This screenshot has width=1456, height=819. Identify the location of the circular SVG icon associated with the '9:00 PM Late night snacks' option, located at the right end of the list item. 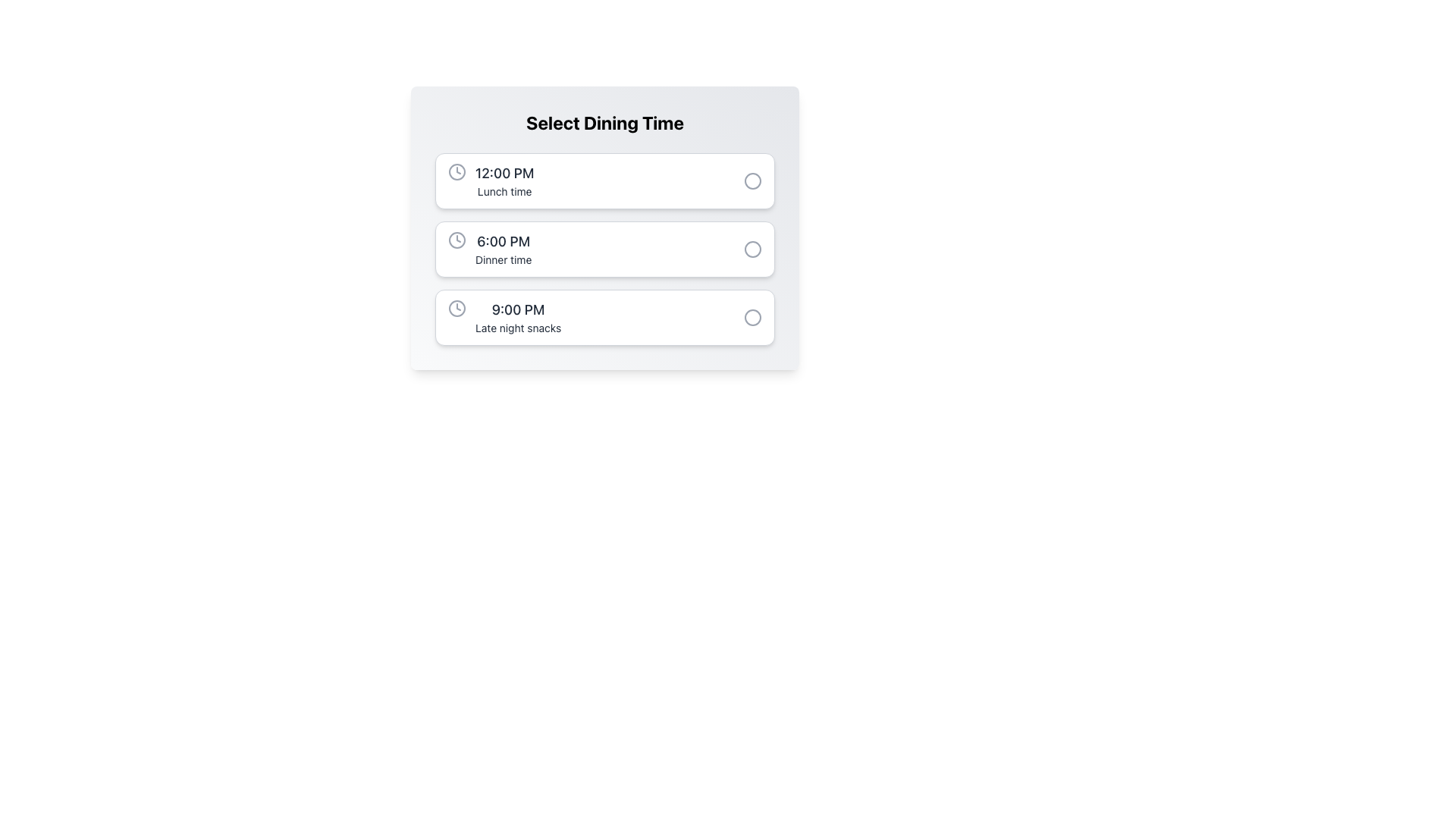
(753, 317).